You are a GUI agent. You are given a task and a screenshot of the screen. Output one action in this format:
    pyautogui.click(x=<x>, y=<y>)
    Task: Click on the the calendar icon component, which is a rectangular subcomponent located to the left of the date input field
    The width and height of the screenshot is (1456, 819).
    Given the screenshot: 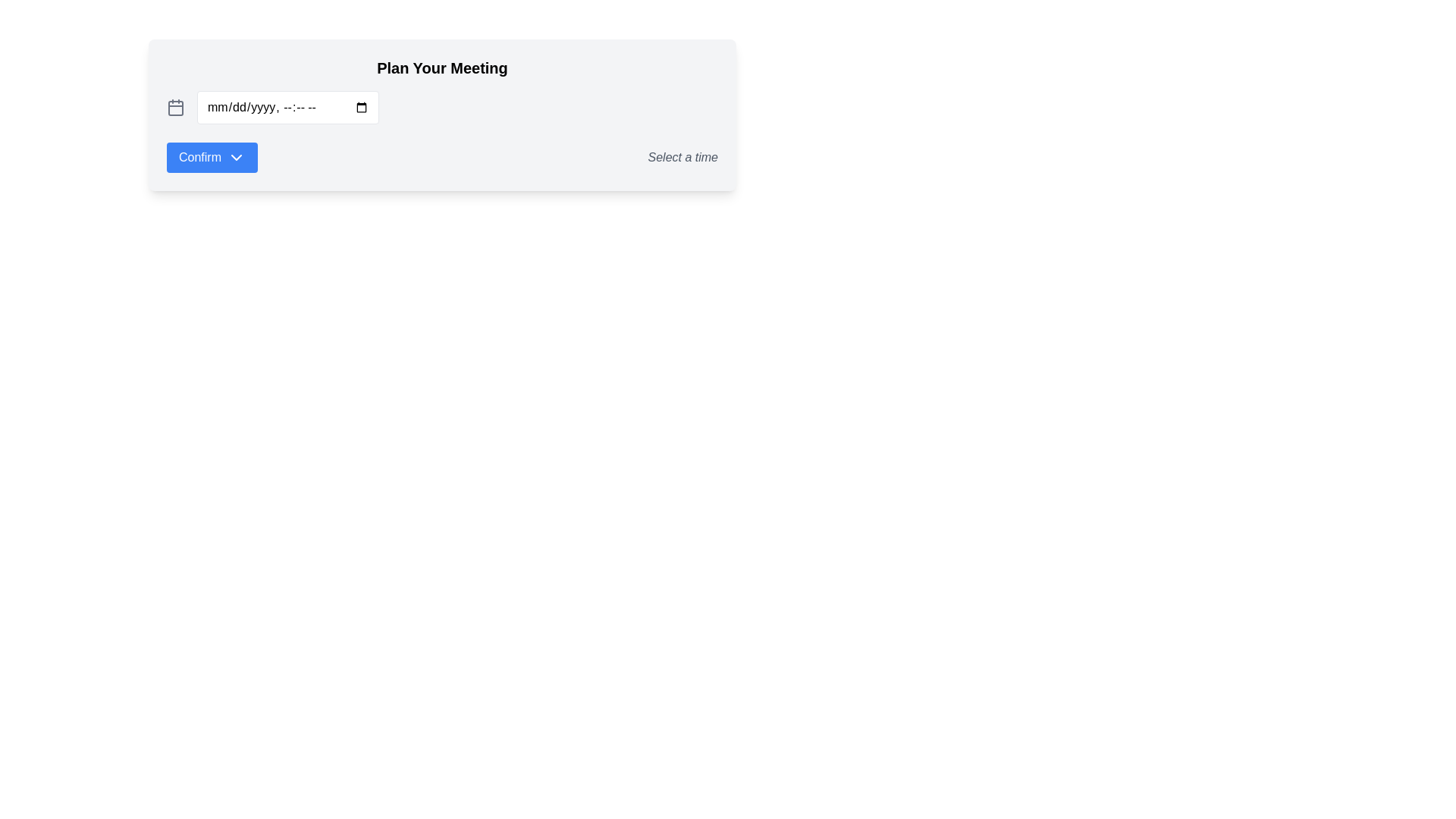 What is the action you would take?
    pyautogui.click(x=175, y=107)
    